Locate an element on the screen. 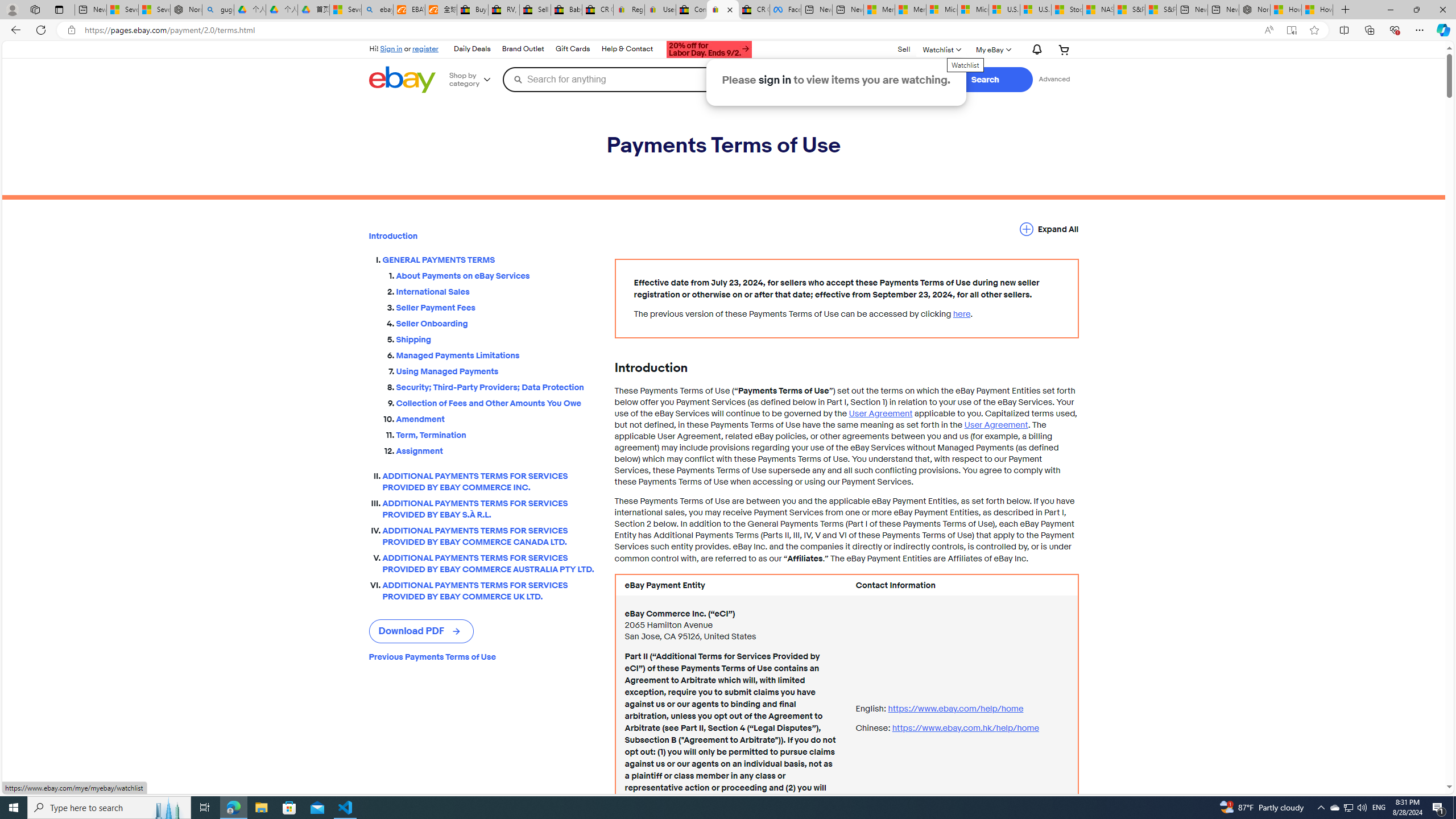  'Notifications' is located at coordinates (1034, 49).